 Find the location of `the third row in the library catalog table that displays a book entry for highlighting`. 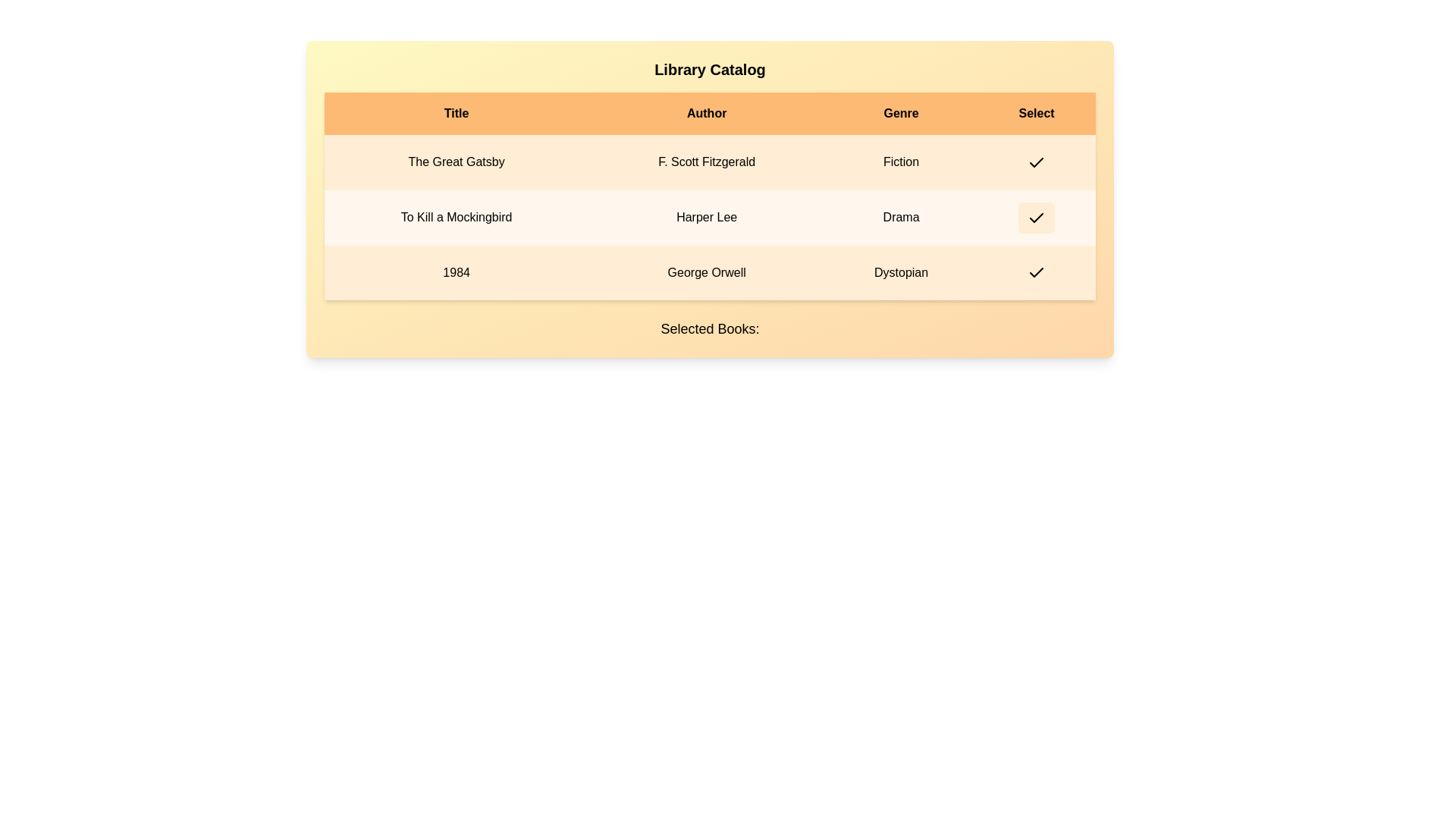

the third row in the library catalog table that displays a book entry for highlighting is located at coordinates (709, 271).